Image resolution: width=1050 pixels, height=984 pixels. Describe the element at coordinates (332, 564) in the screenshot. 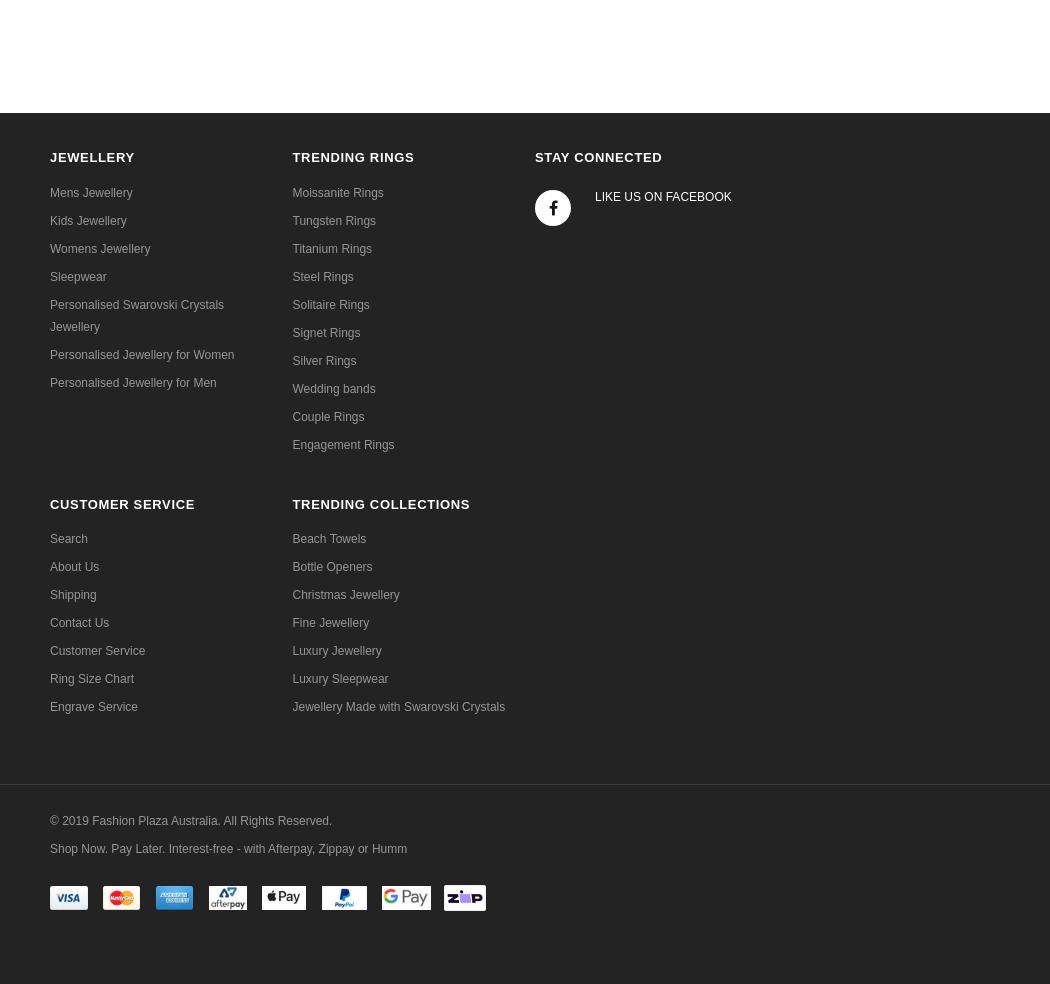

I see `'Bottle Openers'` at that location.